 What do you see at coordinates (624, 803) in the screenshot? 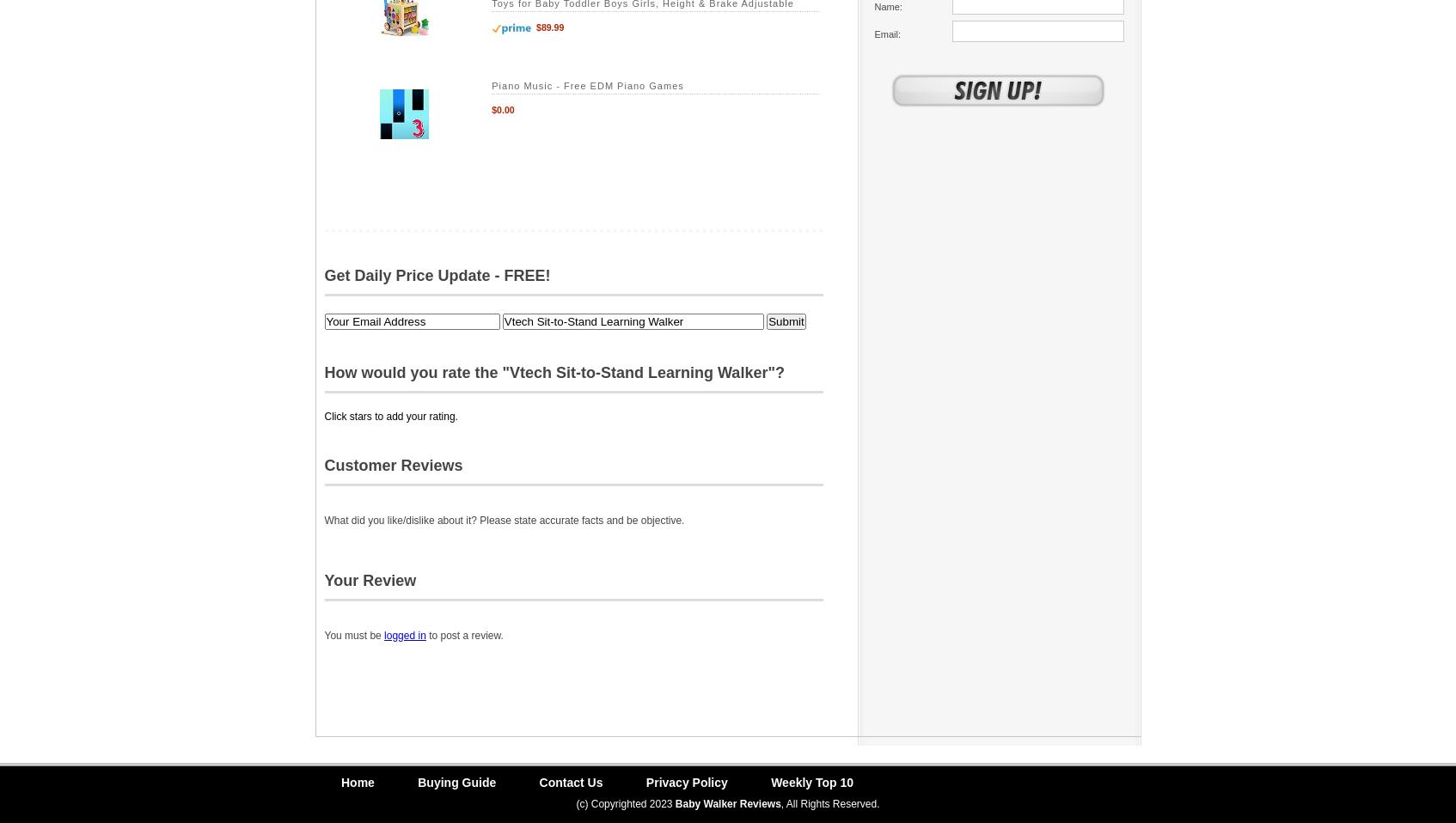
I see `'(c) Copyrighted 2023'` at bounding box center [624, 803].